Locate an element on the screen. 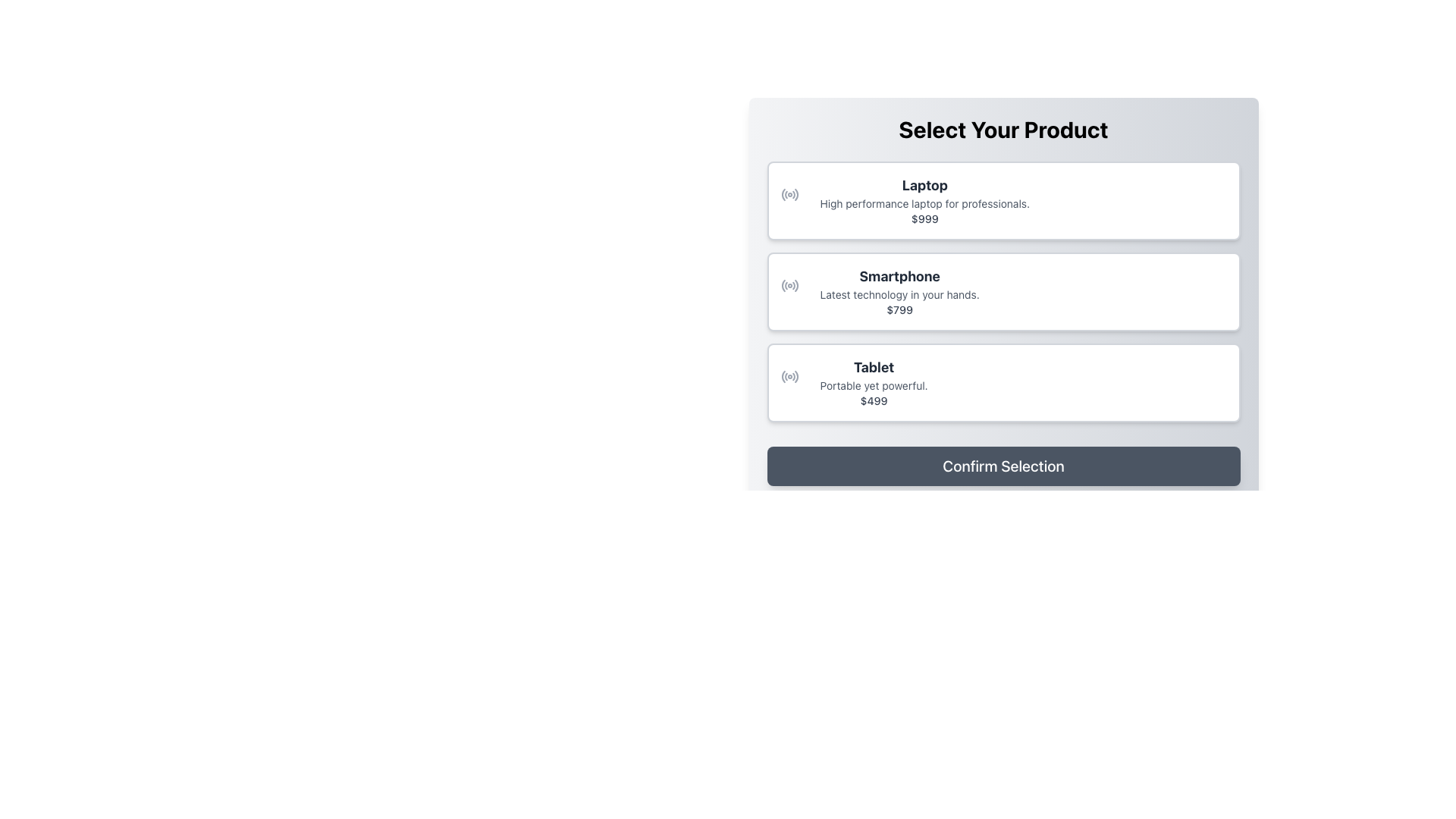  the wide rectangular button labeled 'Confirm Selection' at the bottom of the modal is located at coordinates (1003, 465).